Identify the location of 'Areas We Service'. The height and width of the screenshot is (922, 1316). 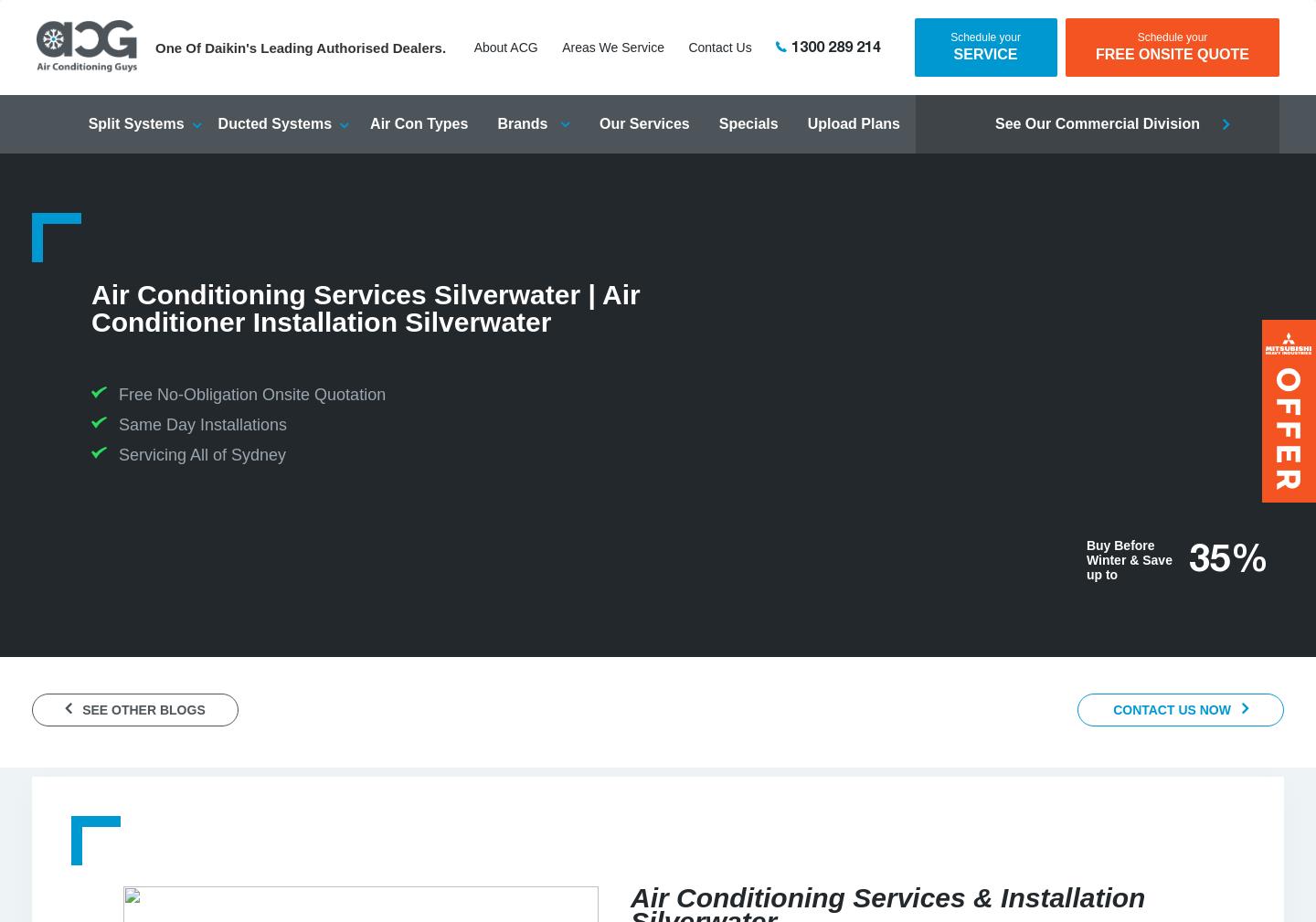
(612, 46).